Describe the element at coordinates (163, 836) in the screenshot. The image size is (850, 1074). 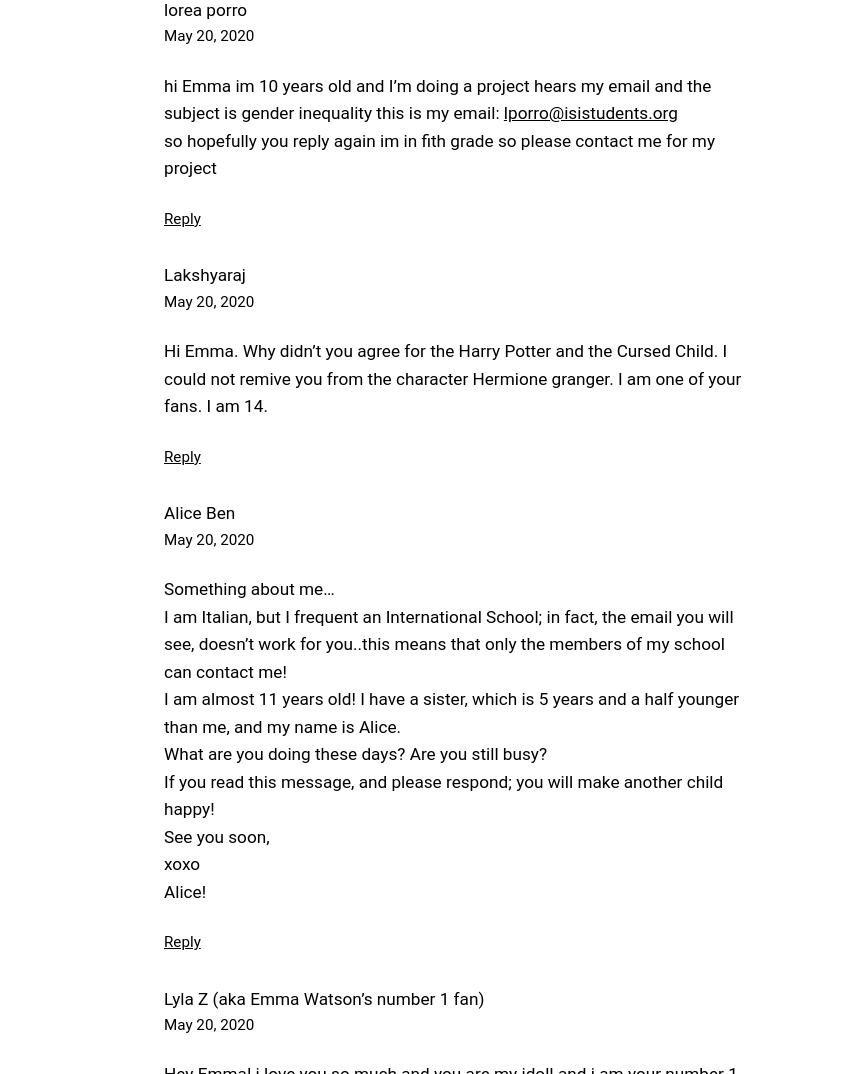
I see `'See you soon,'` at that location.